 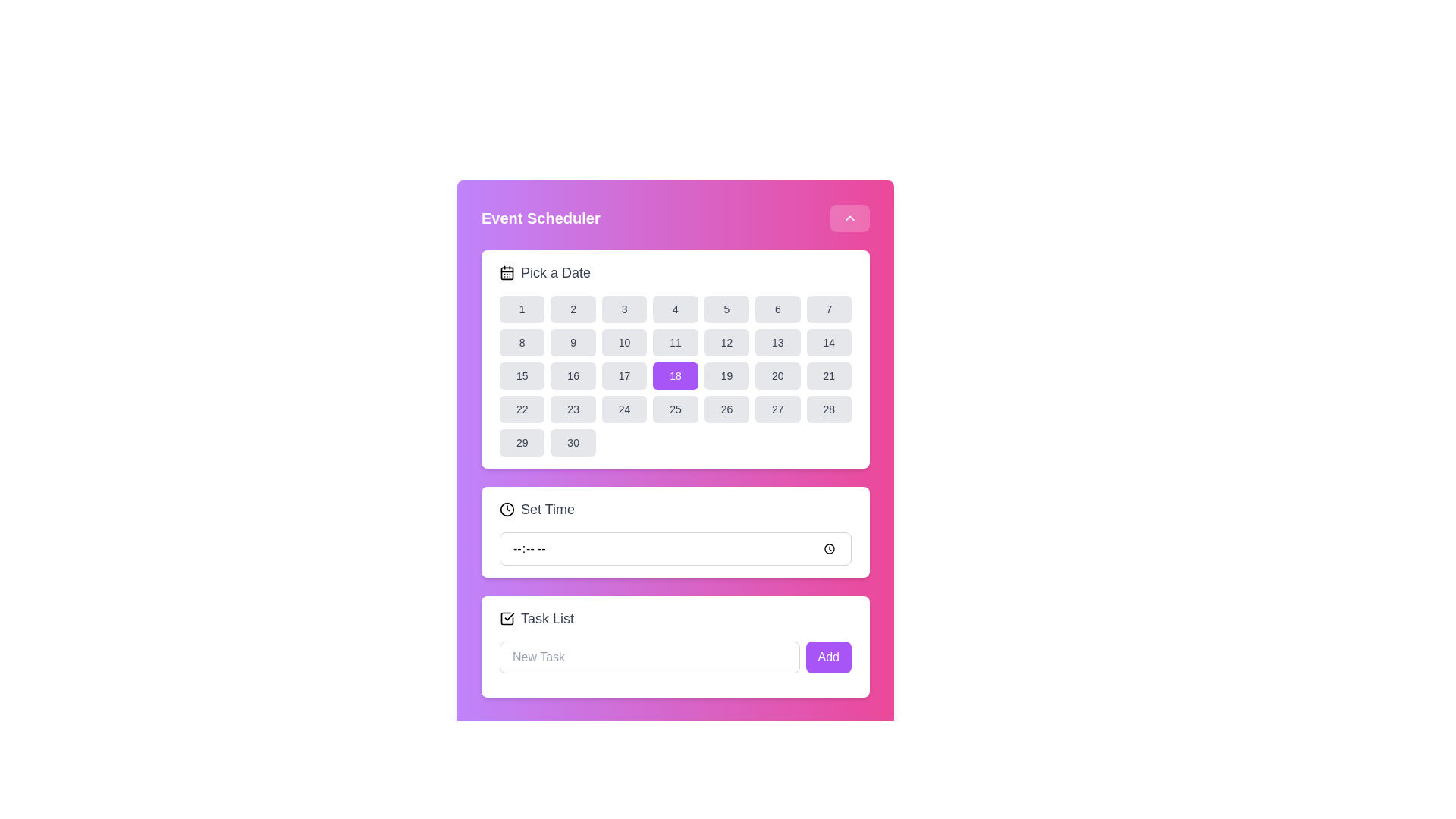 What do you see at coordinates (507, 509) in the screenshot?
I see `the clock icon, which is styled with a black stroke and located to the left of the 'Set Time' text label` at bounding box center [507, 509].